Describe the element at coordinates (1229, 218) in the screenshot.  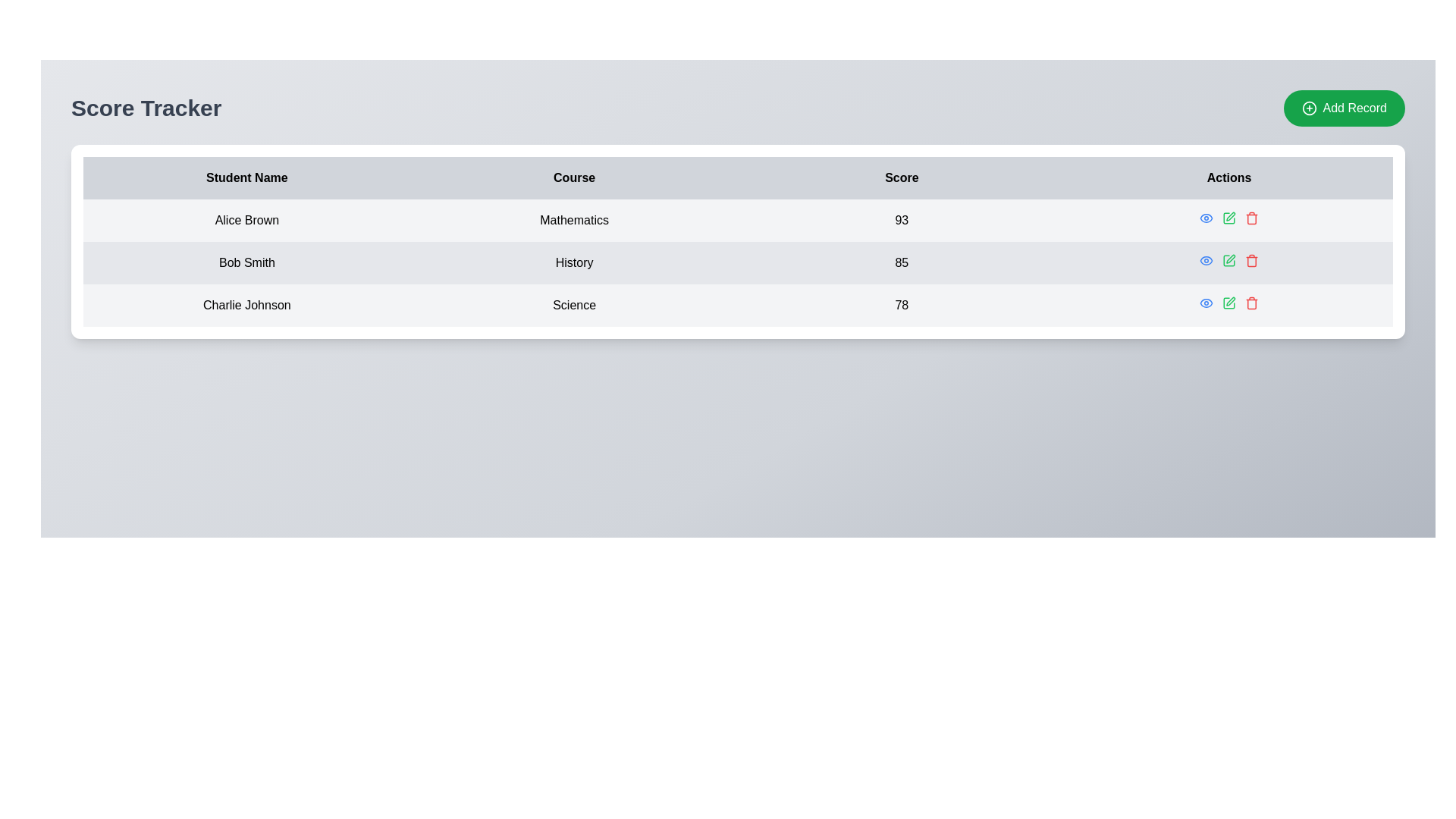
I see `the edit icon button in the 'Actions' column of the table for the student 'Bob Smith'` at that location.